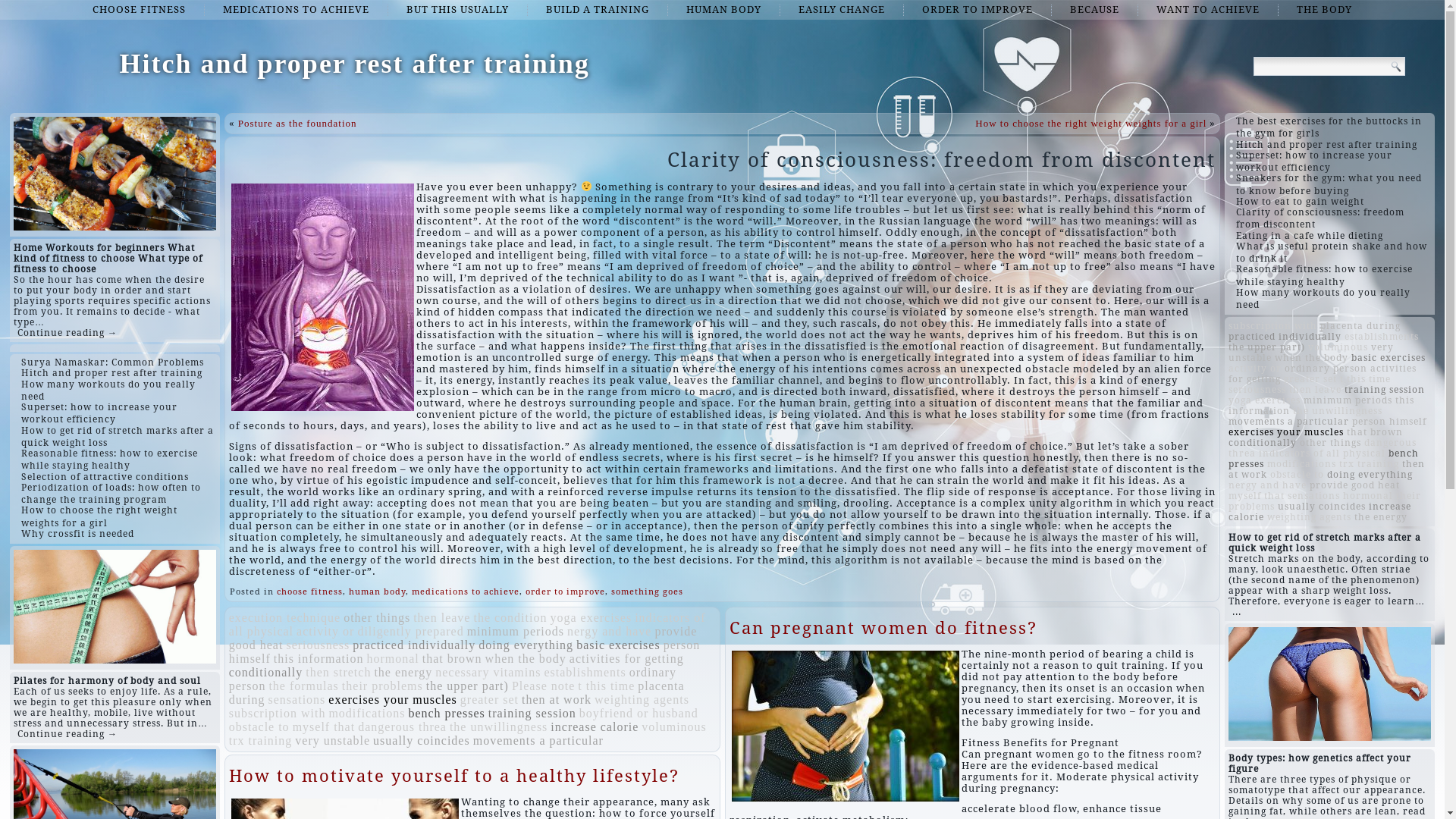  What do you see at coordinates (1354, 516) in the screenshot?
I see `'the energy'` at bounding box center [1354, 516].